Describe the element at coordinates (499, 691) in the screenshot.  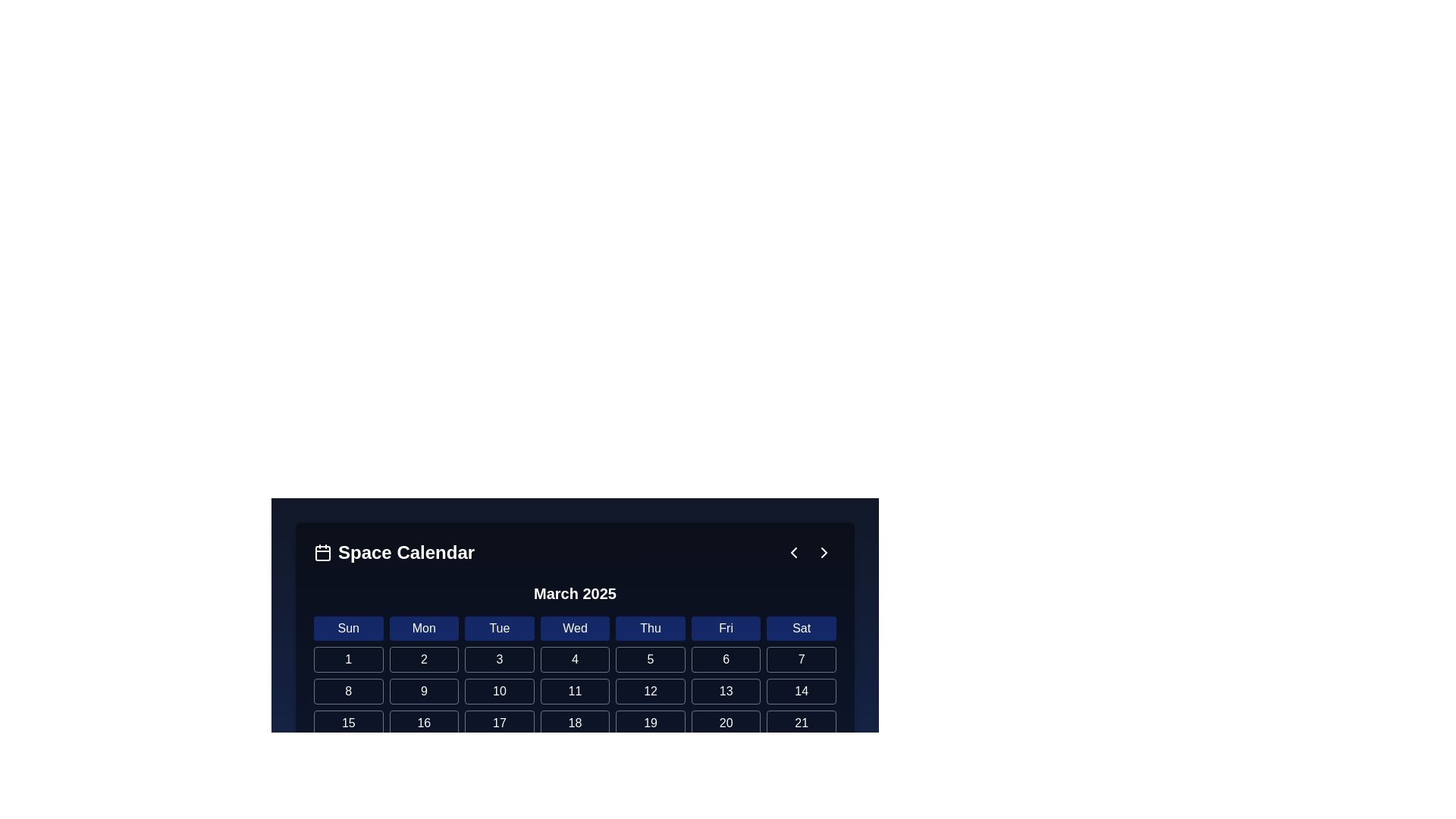
I see `the calendar cell displaying the number '10' in the second row, third column under the 'Tue' header` at that location.